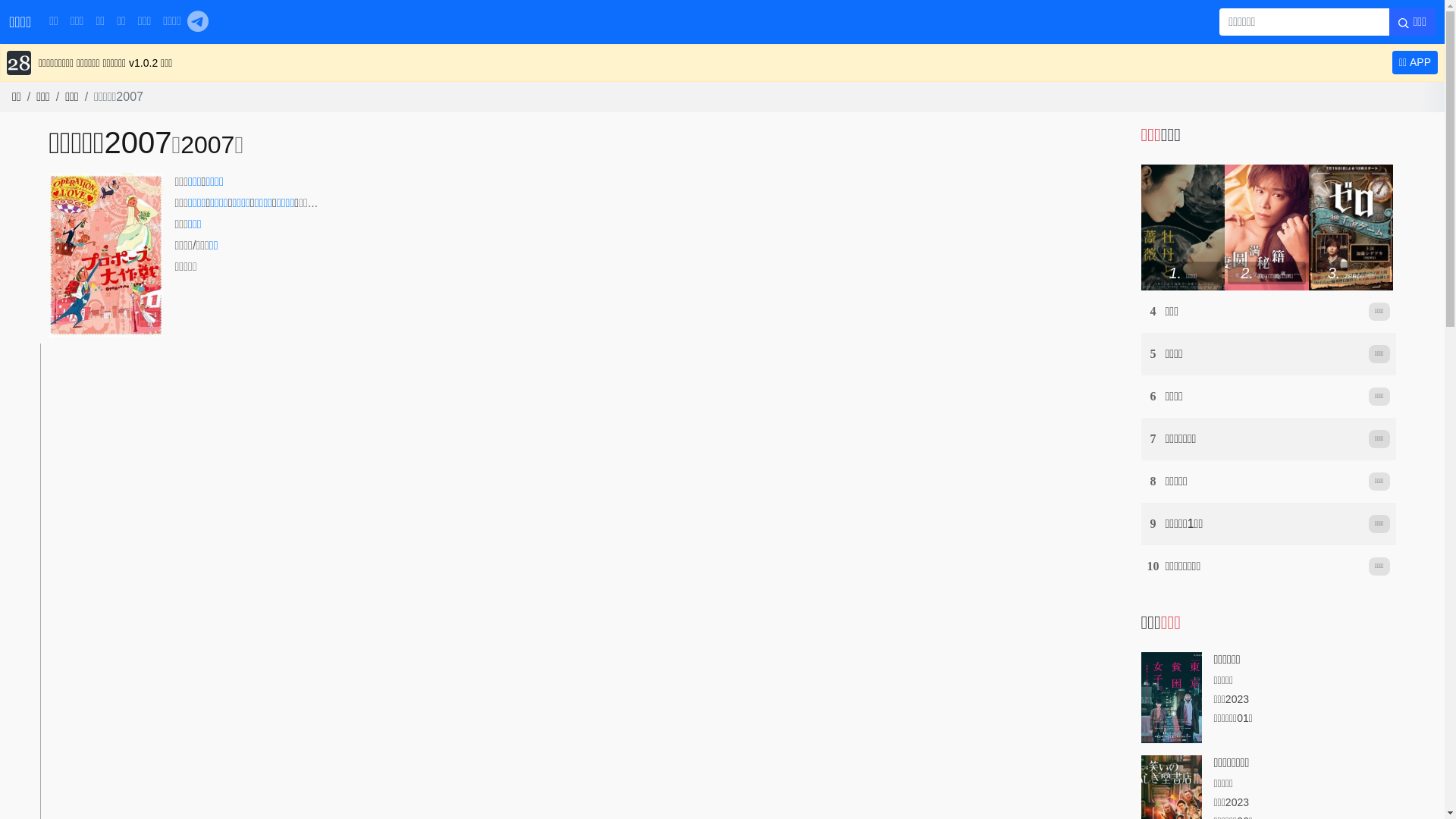  What do you see at coordinates (180, 145) in the screenshot?
I see `'2007'` at bounding box center [180, 145].